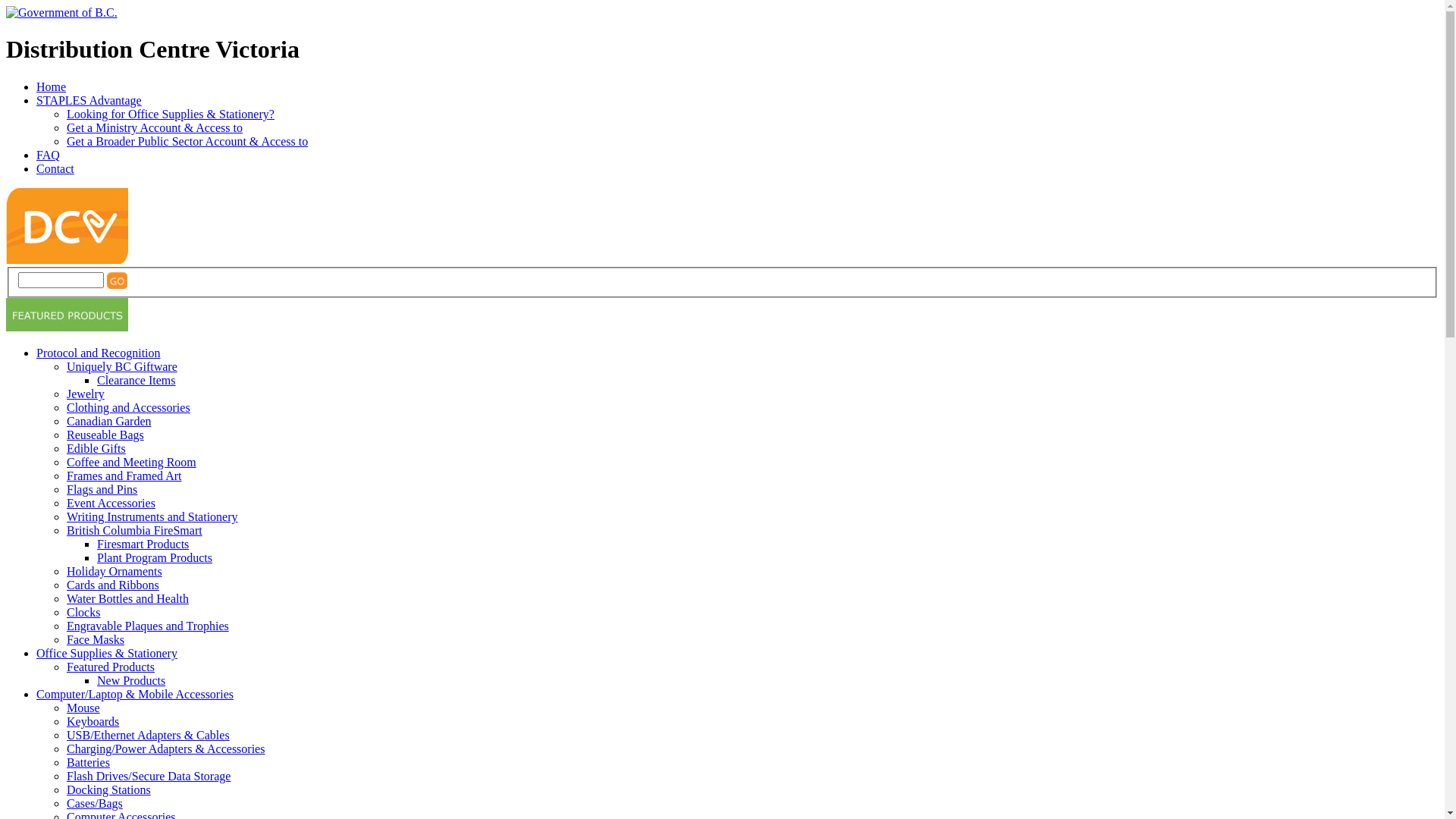  What do you see at coordinates (83, 708) in the screenshot?
I see `'Mouse'` at bounding box center [83, 708].